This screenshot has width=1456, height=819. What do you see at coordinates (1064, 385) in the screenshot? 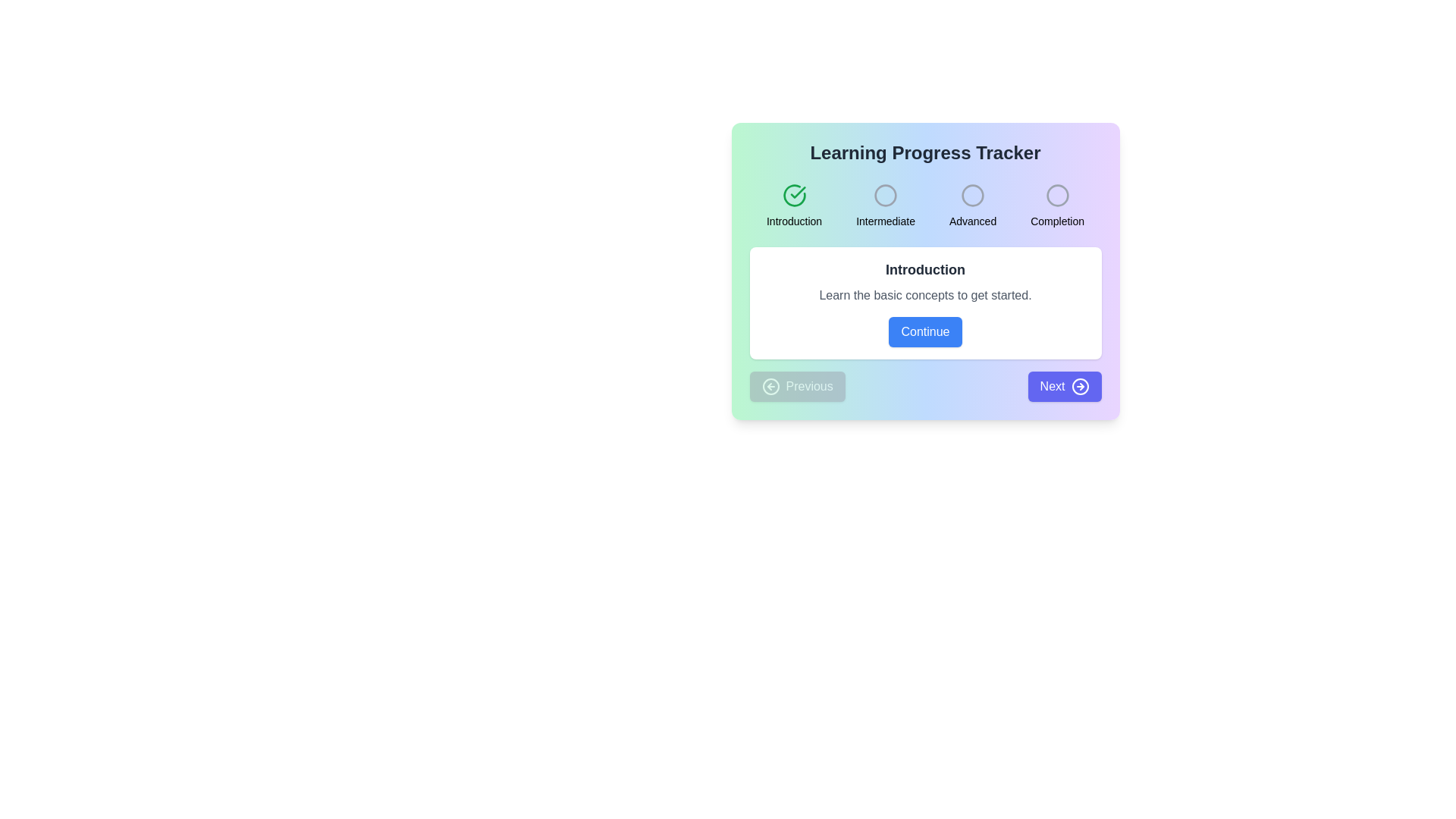
I see `the navigation button located at the bottom-right corner of the 'Learning Progress Tracker' interface` at bounding box center [1064, 385].